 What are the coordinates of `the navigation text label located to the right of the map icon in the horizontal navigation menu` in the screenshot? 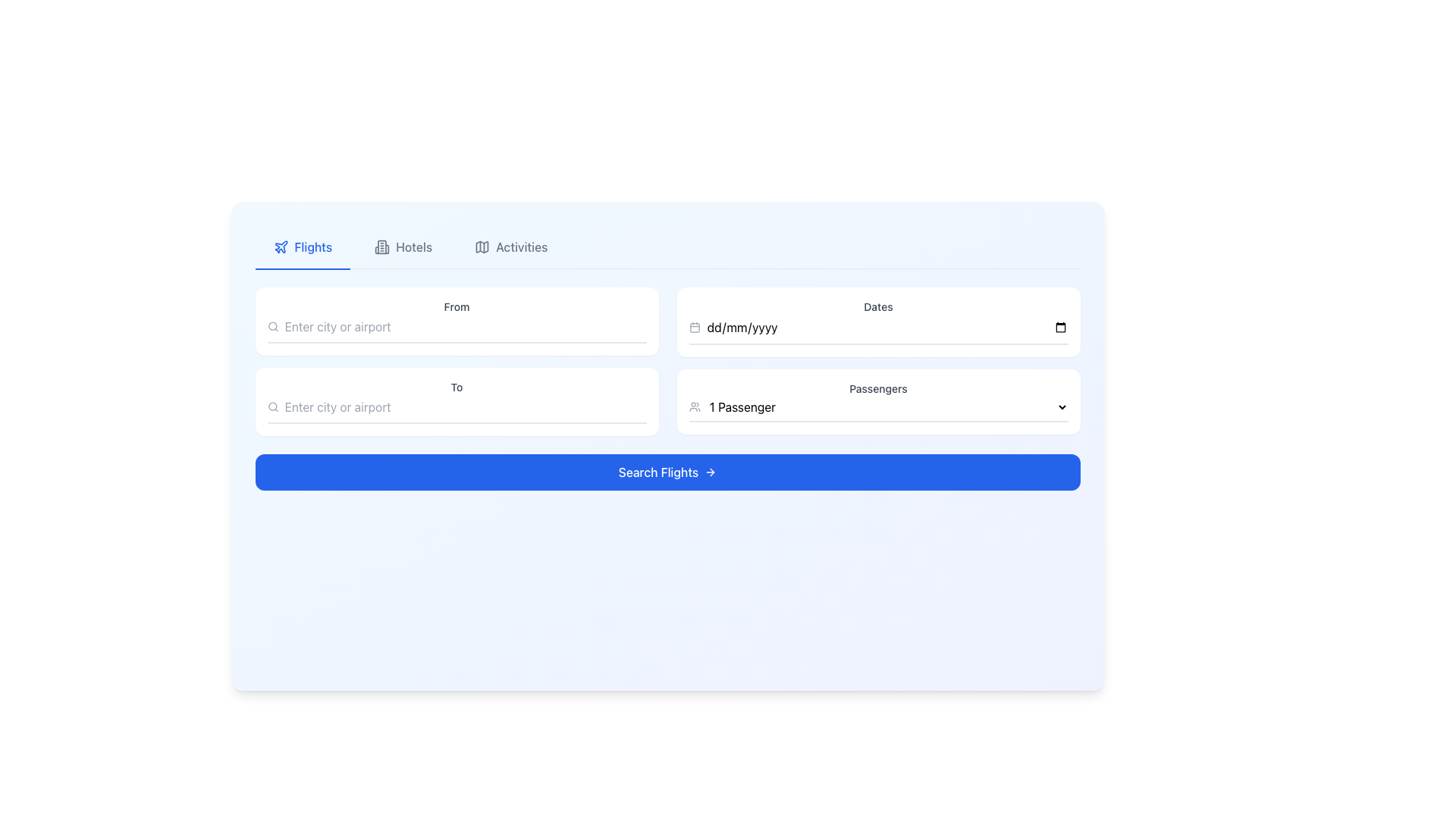 It's located at (521, 246).